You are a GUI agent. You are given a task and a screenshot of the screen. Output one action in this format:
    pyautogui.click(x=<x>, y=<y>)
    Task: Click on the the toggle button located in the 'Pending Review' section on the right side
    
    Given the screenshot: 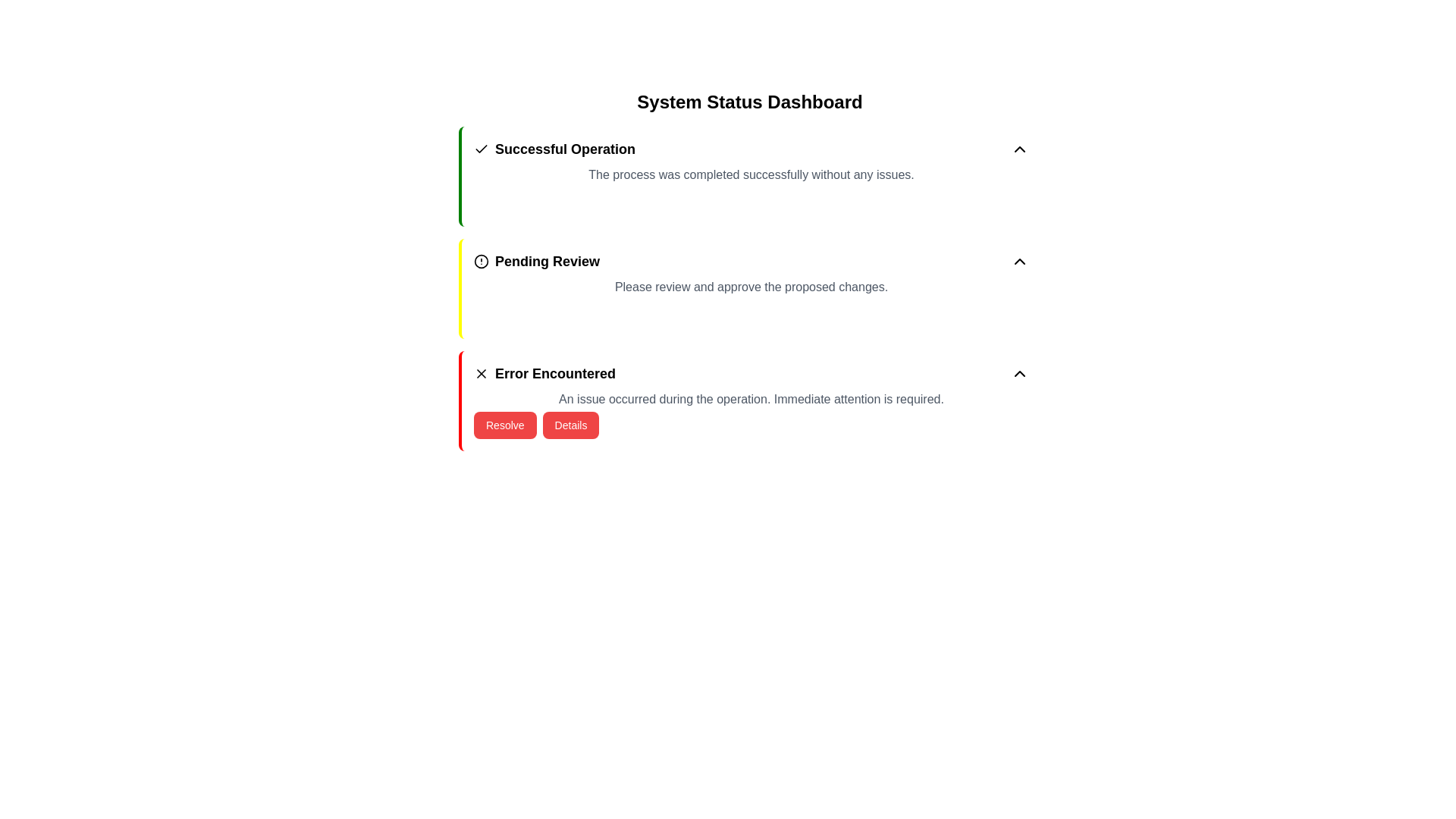 What is the action you would take?
    pyautogui.click(x=1019, y=260)
    